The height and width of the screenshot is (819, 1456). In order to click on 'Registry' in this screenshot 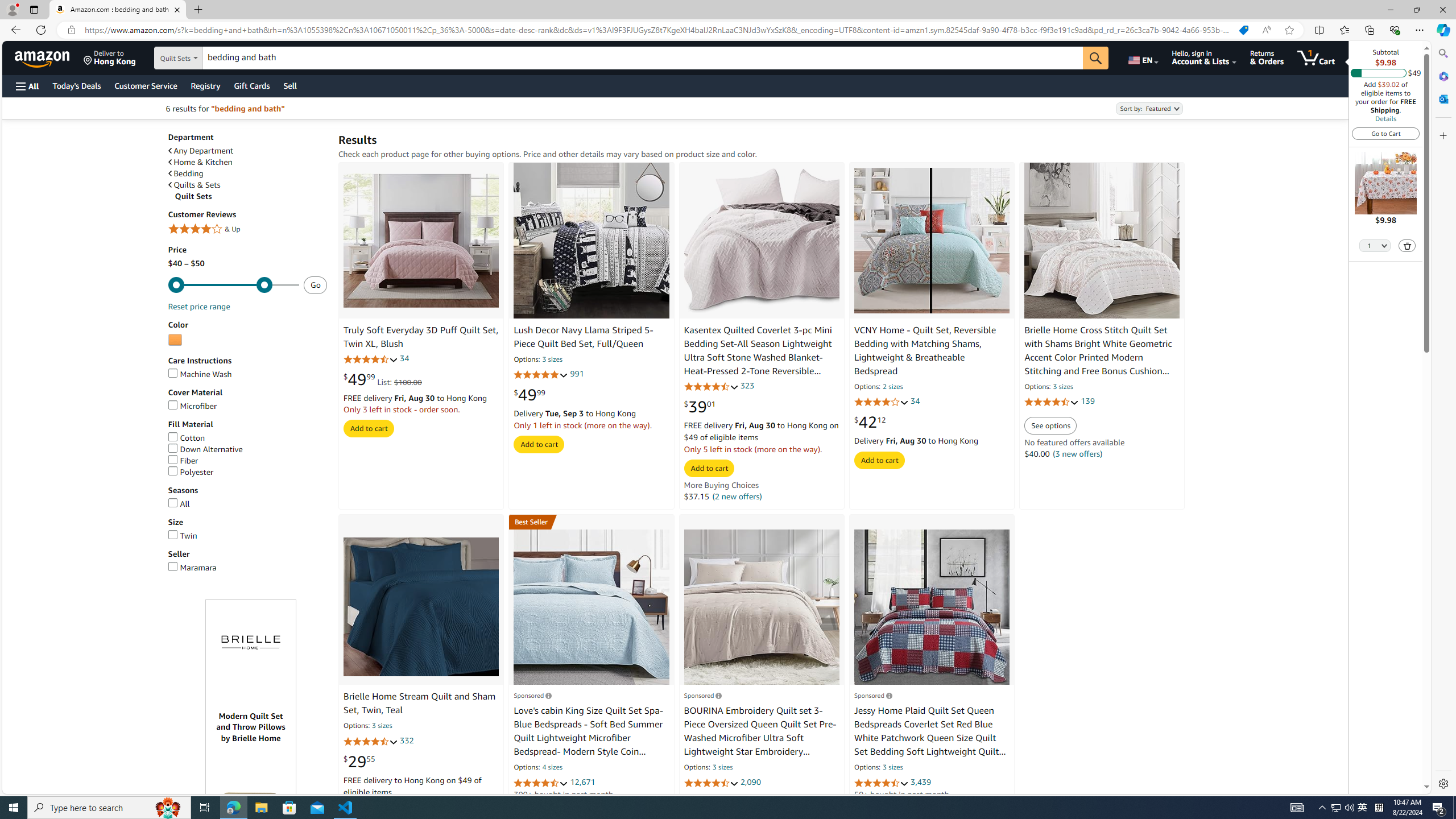, I will do `click(204, 85)`.